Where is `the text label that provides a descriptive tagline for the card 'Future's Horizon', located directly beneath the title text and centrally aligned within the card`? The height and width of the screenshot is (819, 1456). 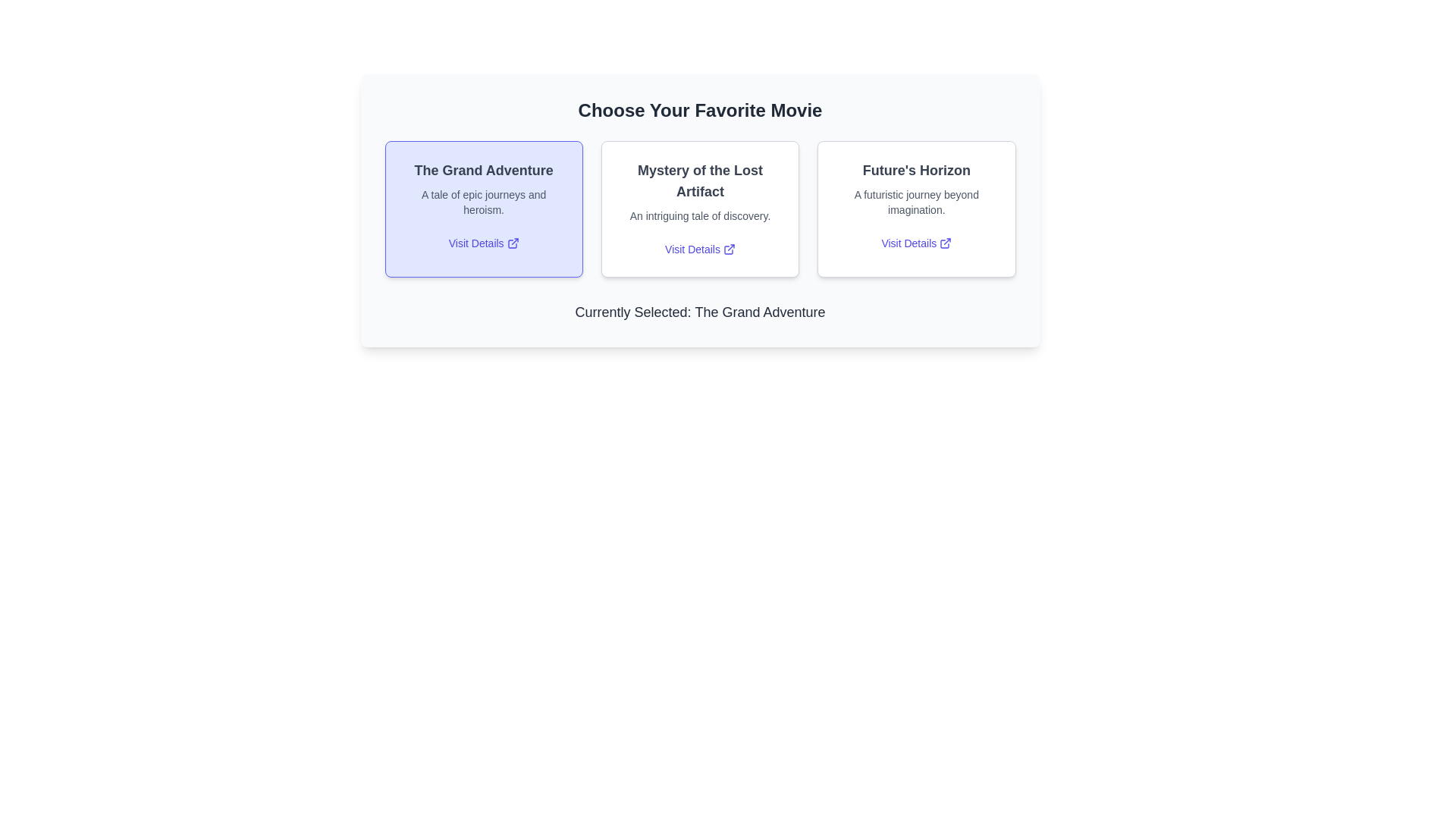
the text label that provides a descriptive tagline for the card 'Future's Horizon', located directly beneath the title text and centrally aligned within the card is located at coordinates (915, 201).